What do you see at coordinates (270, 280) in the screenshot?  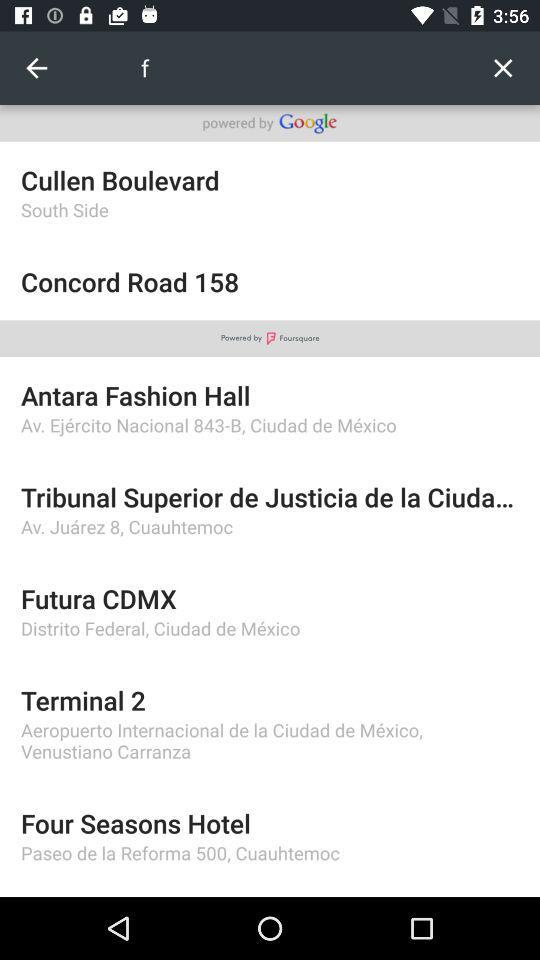 I see `the icon below the south side item` at bounding box center [270, 280].